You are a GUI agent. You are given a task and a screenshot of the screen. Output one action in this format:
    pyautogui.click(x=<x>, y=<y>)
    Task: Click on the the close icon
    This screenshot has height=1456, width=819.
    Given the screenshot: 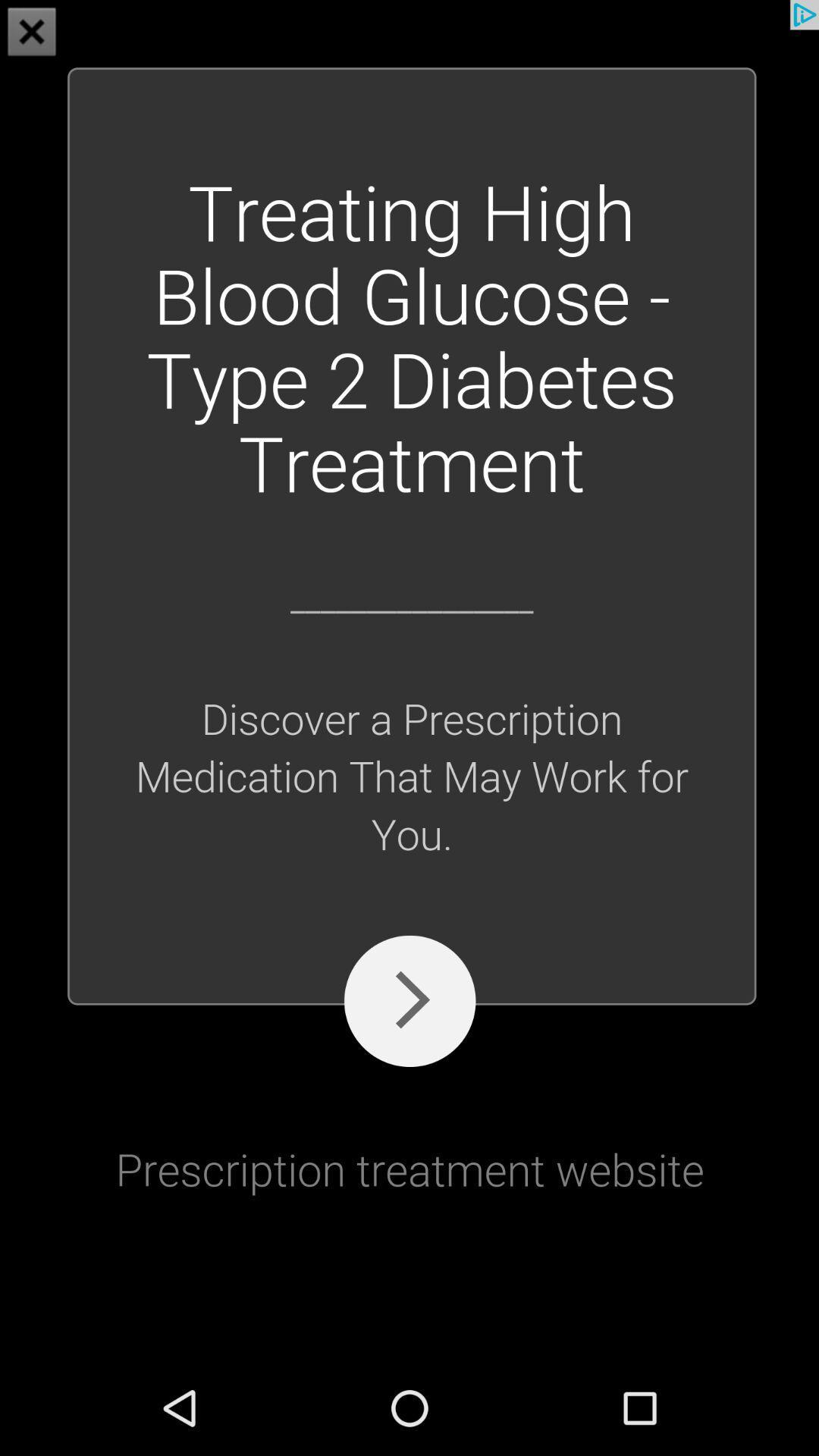 What is the action you would take?
    pyautogui.click(x=32, y=33)
    